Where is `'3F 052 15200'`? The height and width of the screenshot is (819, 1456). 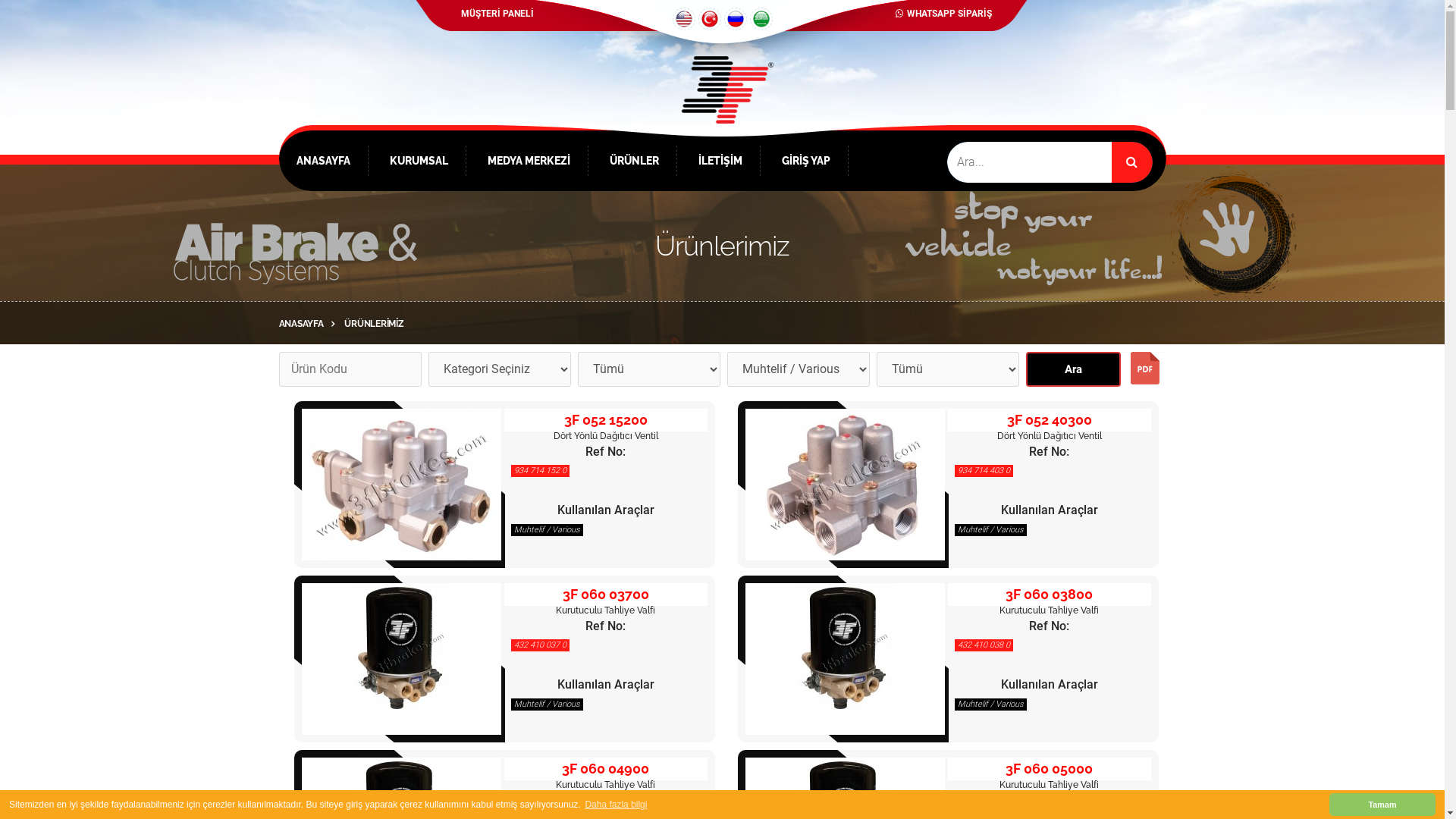
'3F 052 15200' is located at coordinates (400, 485).